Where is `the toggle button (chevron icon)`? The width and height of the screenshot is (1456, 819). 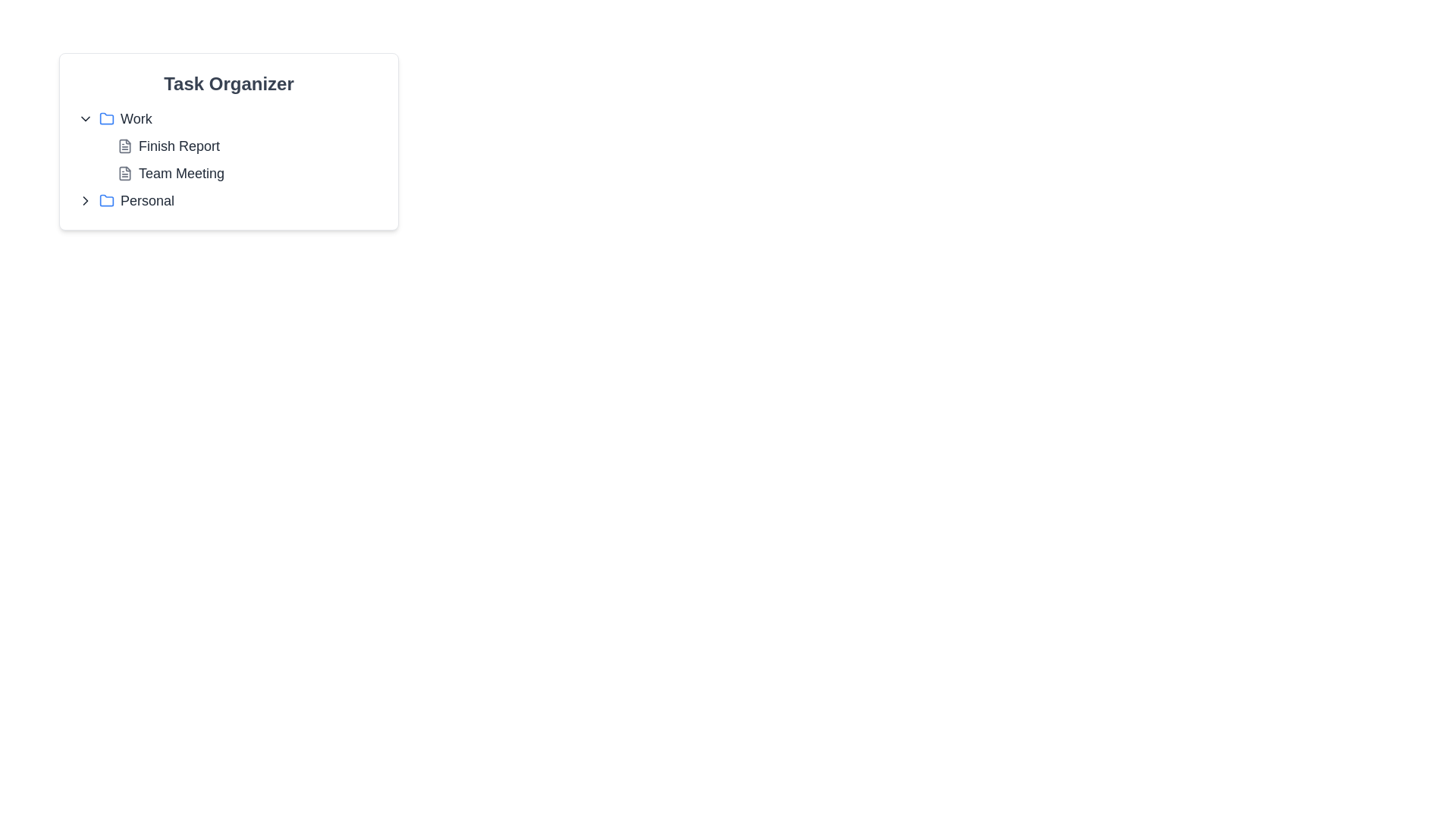
the toggle button (chevron icon) is located at coordinates (85, 118).